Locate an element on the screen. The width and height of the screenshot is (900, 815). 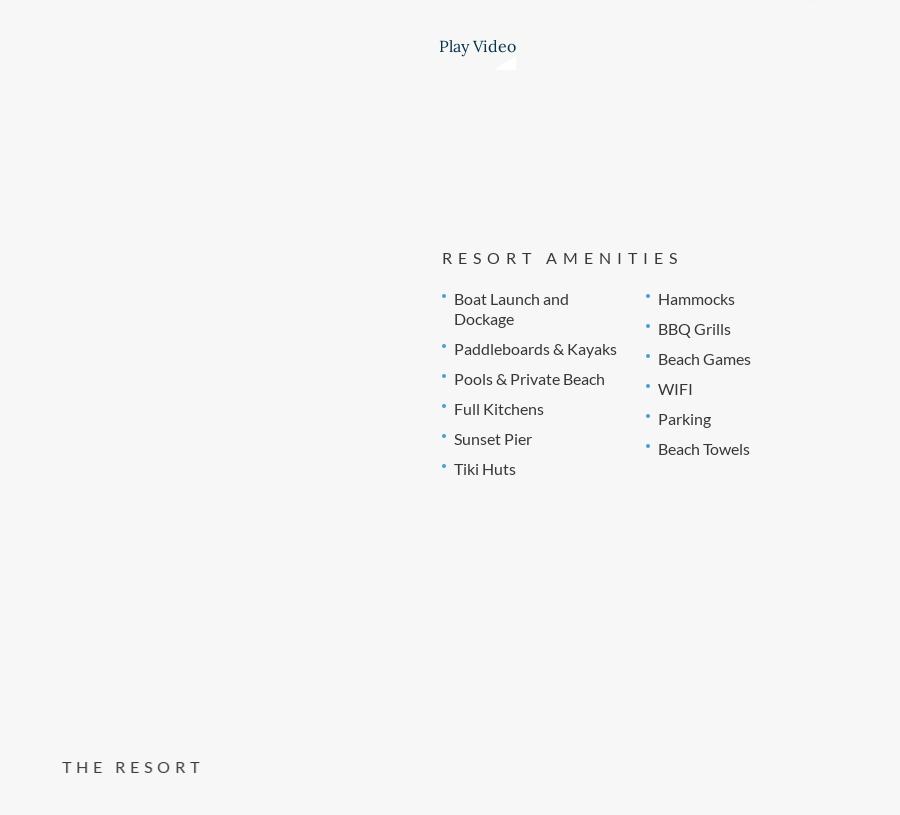
'Hammocks' is located at coordinates (694, 296).